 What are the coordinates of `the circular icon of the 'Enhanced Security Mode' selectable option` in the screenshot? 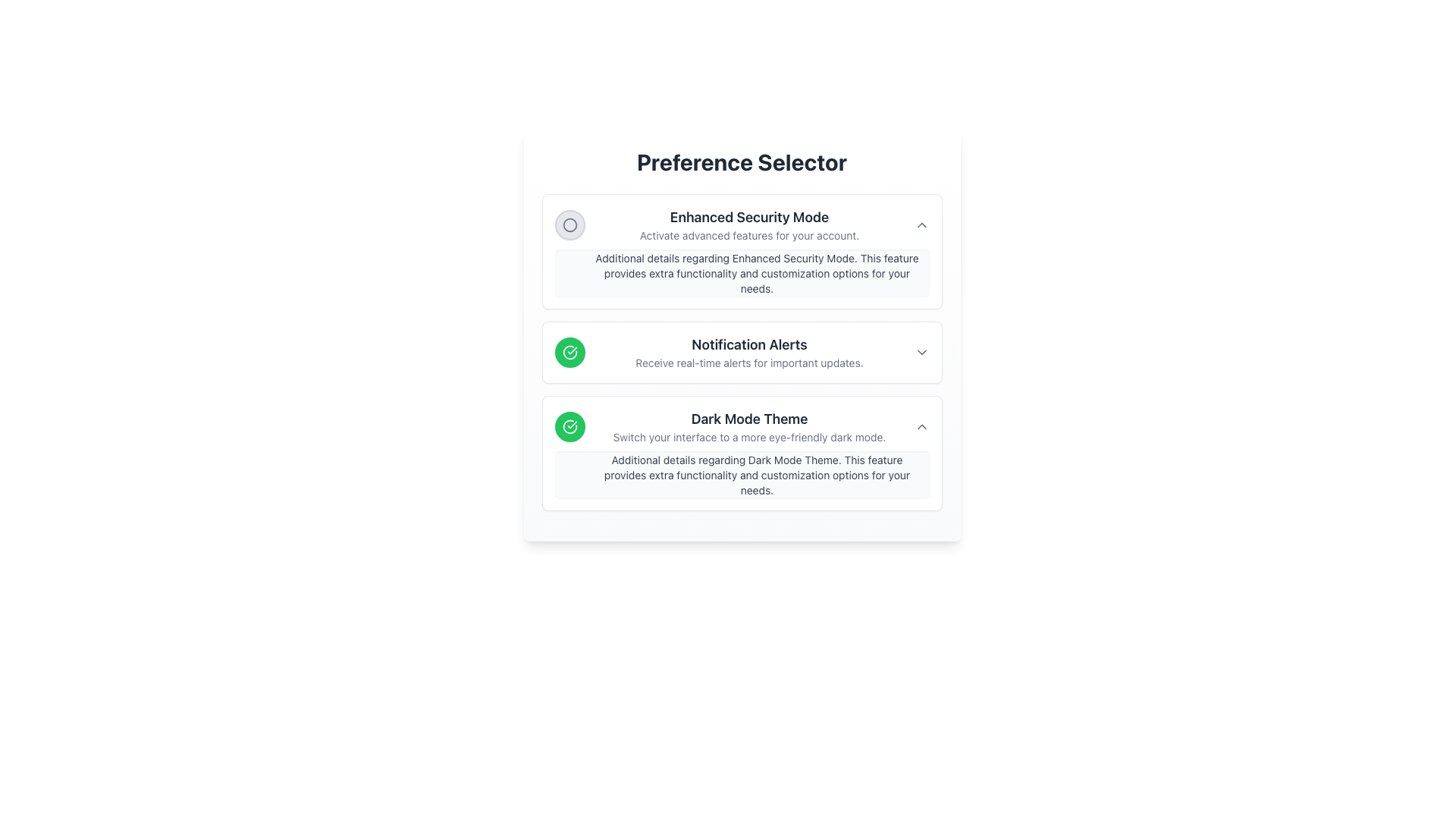 It's located at (742, 225).